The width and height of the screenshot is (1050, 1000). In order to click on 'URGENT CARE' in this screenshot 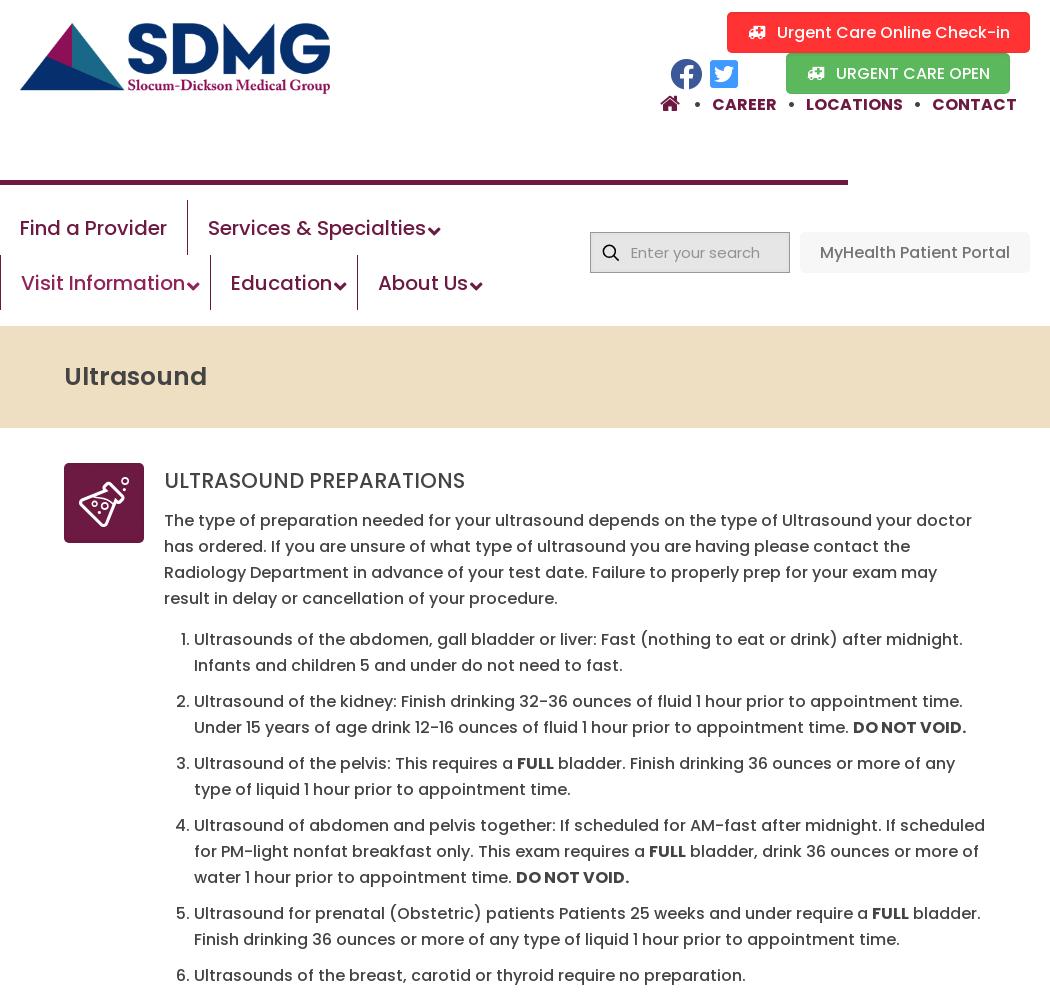, I will do `click(888, 72)`.